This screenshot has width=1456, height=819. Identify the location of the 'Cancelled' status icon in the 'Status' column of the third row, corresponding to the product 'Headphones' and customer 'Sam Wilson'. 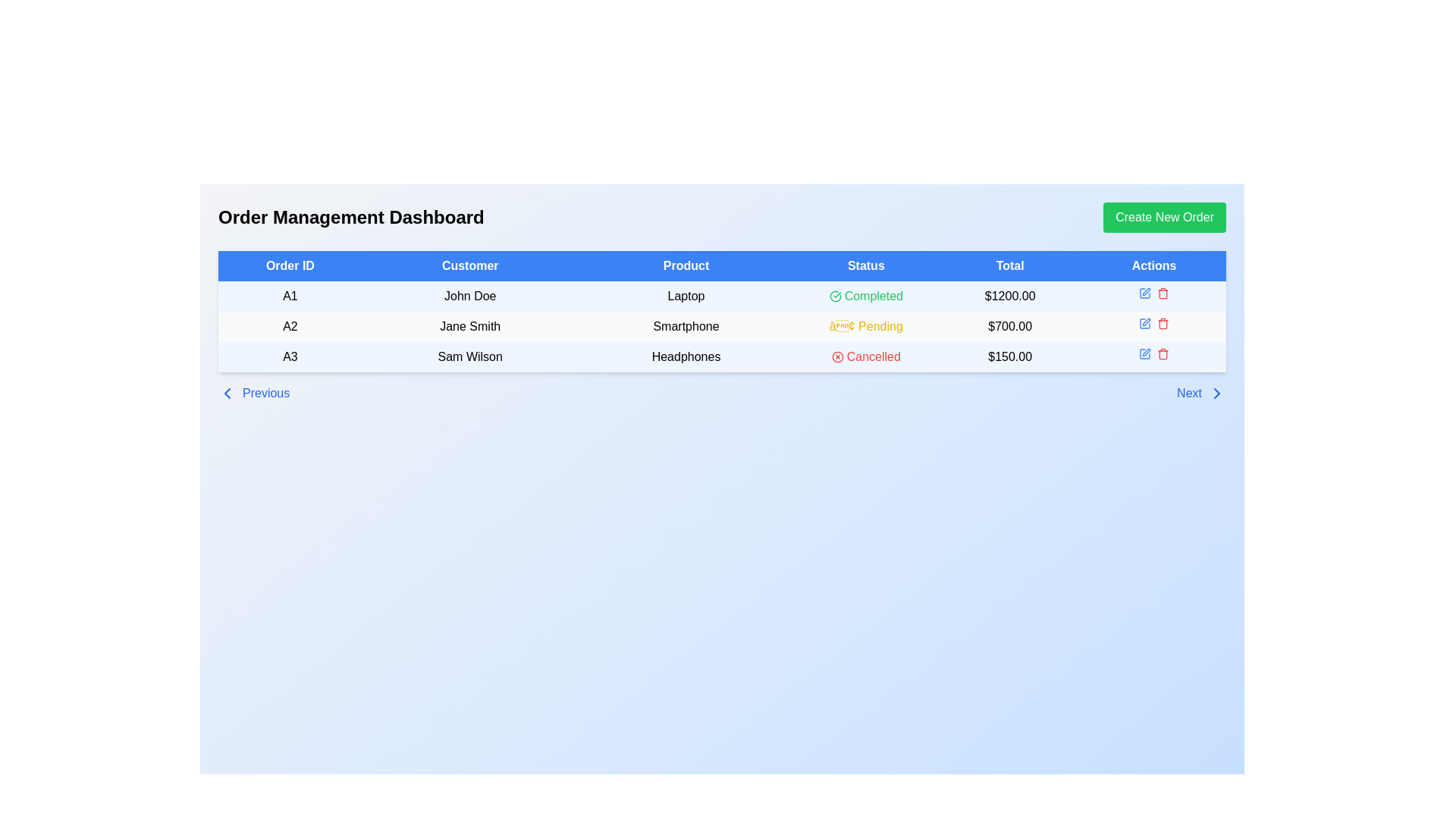
(836, 356).